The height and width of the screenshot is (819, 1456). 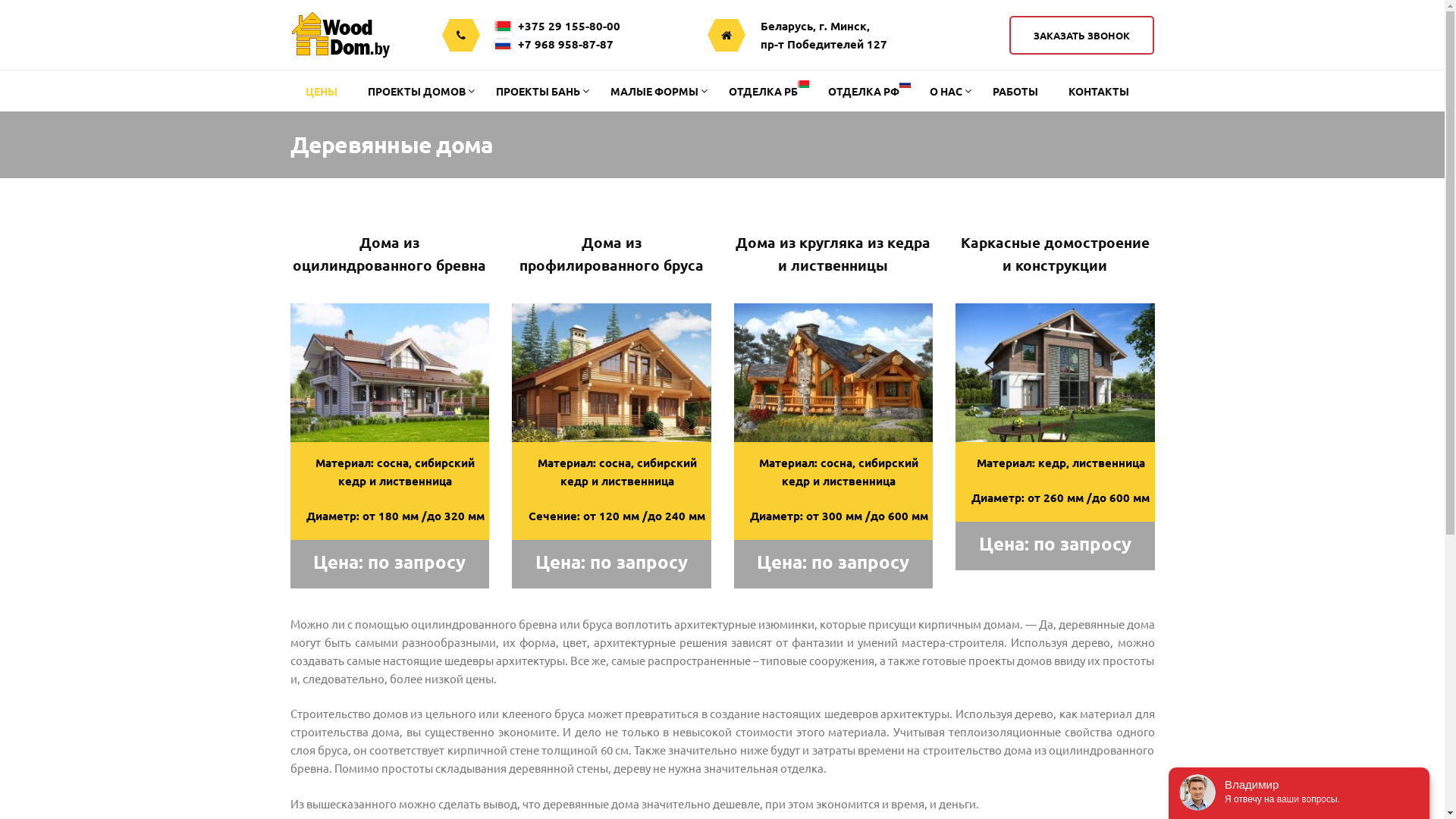 What do you see at coordinates (556, 26) in the screenshot?
I see `'+375 29 155-80-00'` at bounding box center [556, 26].